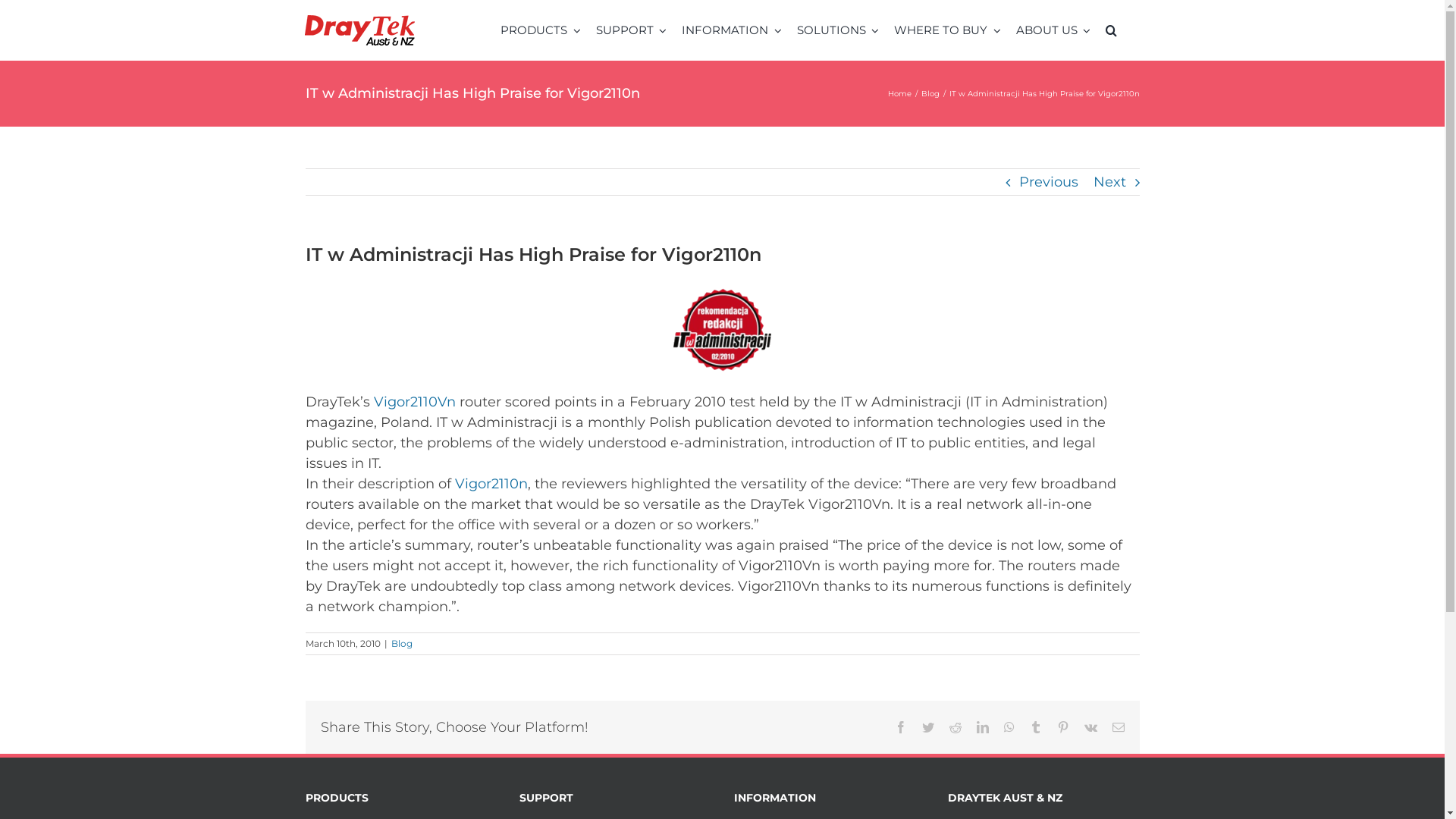 The height and width of the screenshot is (819, 1456). Describe the element at coordinates (1009, 726) in the screenshot. I see `'WhatsApp'` at that location.